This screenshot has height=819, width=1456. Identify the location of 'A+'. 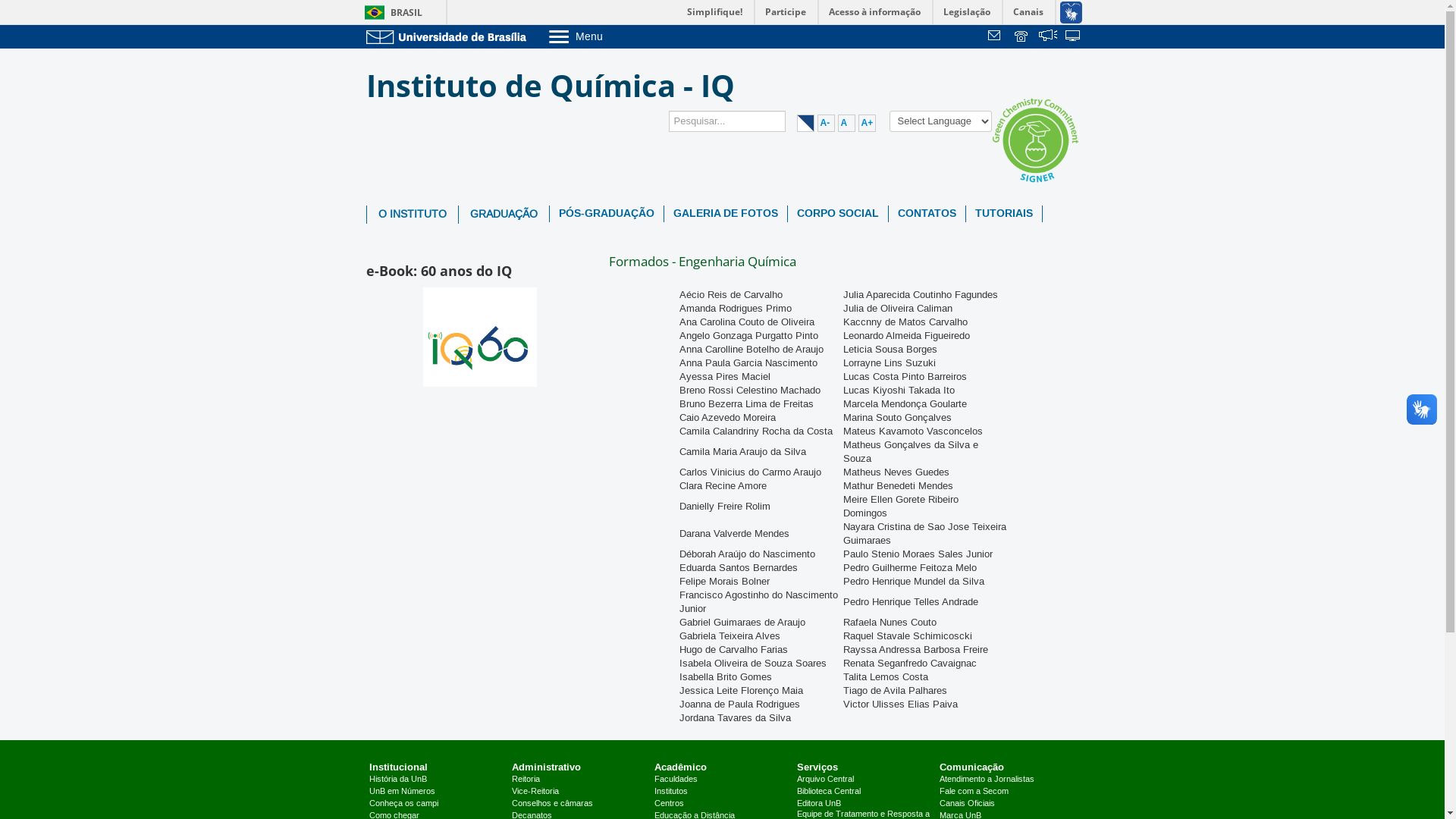
(867, 122).